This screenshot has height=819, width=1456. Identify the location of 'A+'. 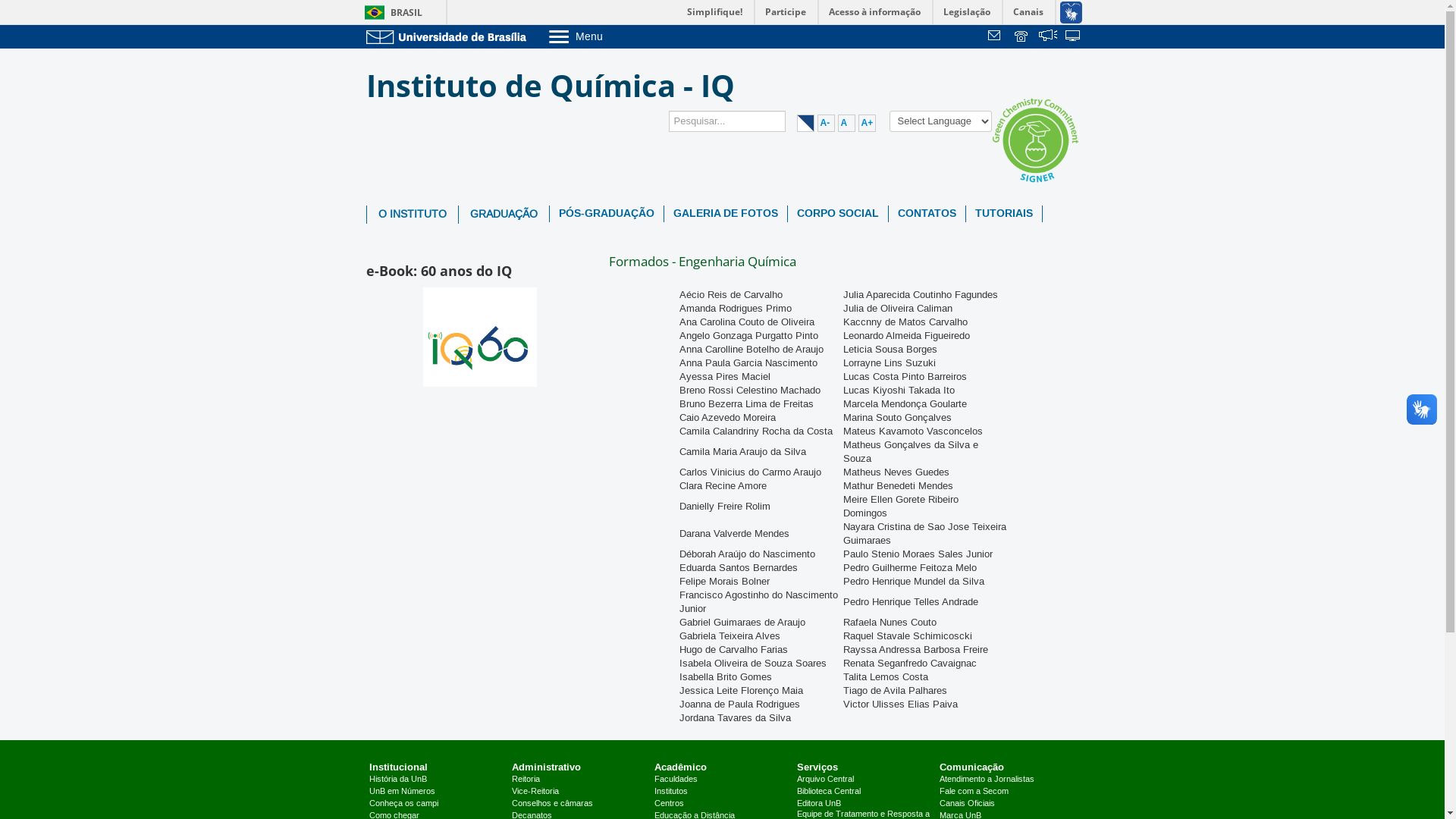
(867, 122).